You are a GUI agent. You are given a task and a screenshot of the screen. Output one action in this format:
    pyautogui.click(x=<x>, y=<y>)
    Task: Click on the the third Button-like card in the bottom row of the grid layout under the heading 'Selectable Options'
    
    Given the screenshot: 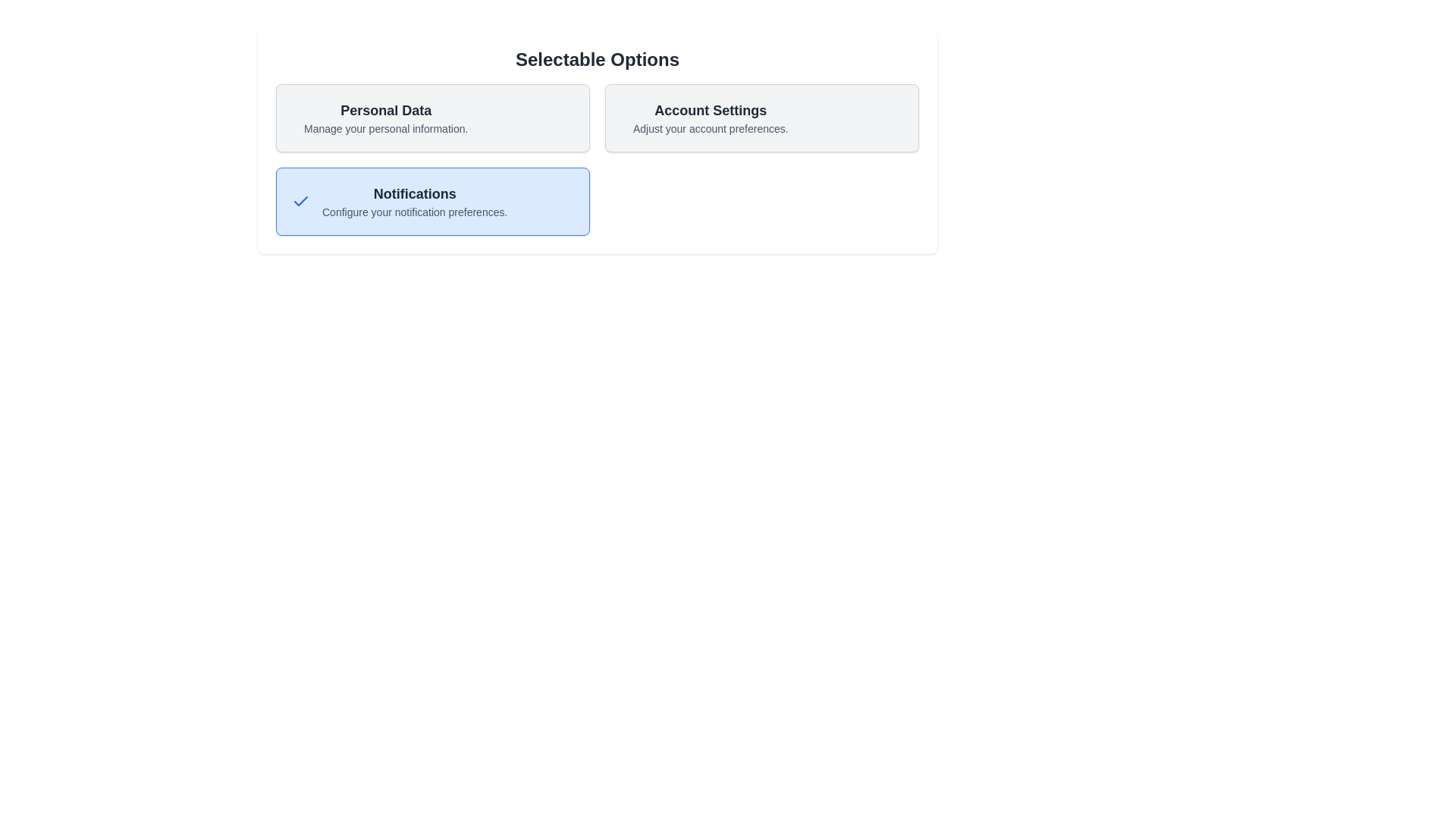 What is the action you would take?
    pyautogui.click(x=432, y=201)
    